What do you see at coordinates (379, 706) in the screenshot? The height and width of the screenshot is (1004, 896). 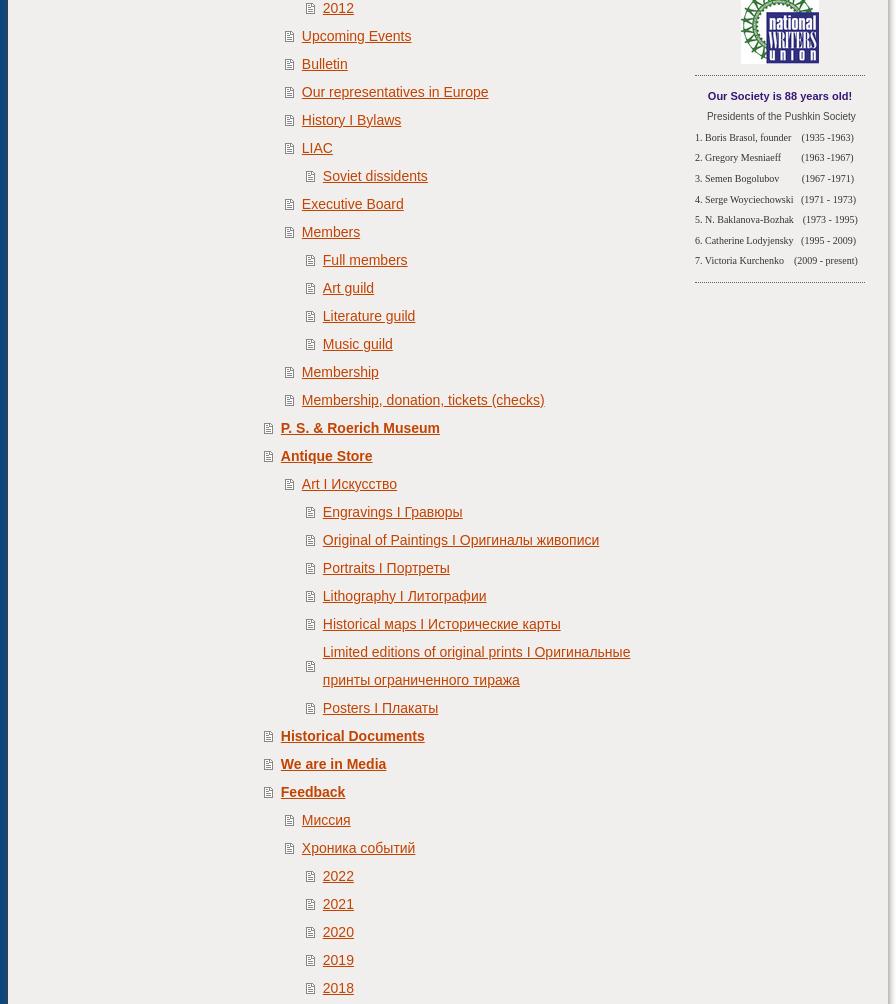 I see `'Posters I Плакаты'` at bounding box center [379, 706].